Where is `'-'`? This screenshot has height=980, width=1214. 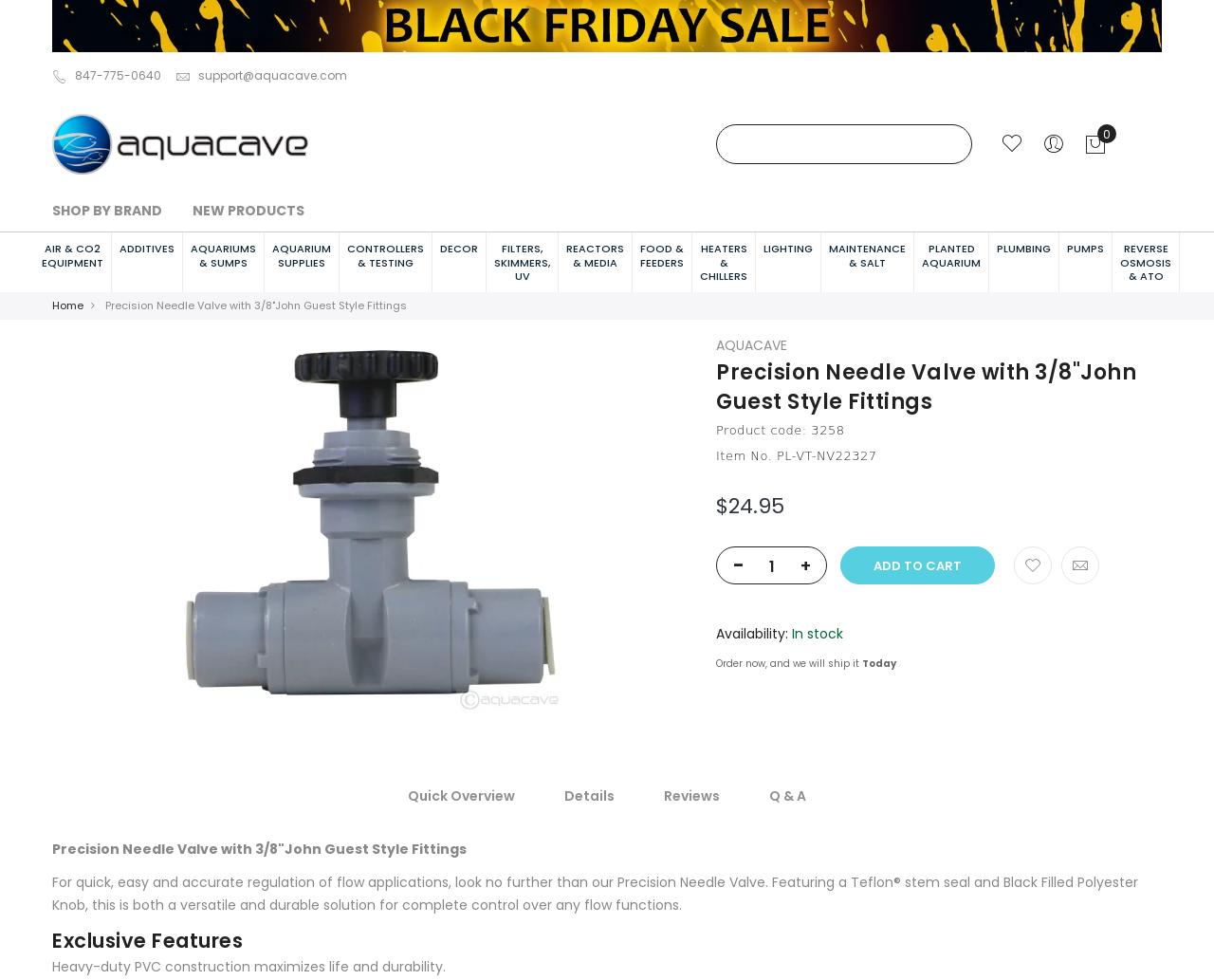
'-' is located at coordinates (730, 564).